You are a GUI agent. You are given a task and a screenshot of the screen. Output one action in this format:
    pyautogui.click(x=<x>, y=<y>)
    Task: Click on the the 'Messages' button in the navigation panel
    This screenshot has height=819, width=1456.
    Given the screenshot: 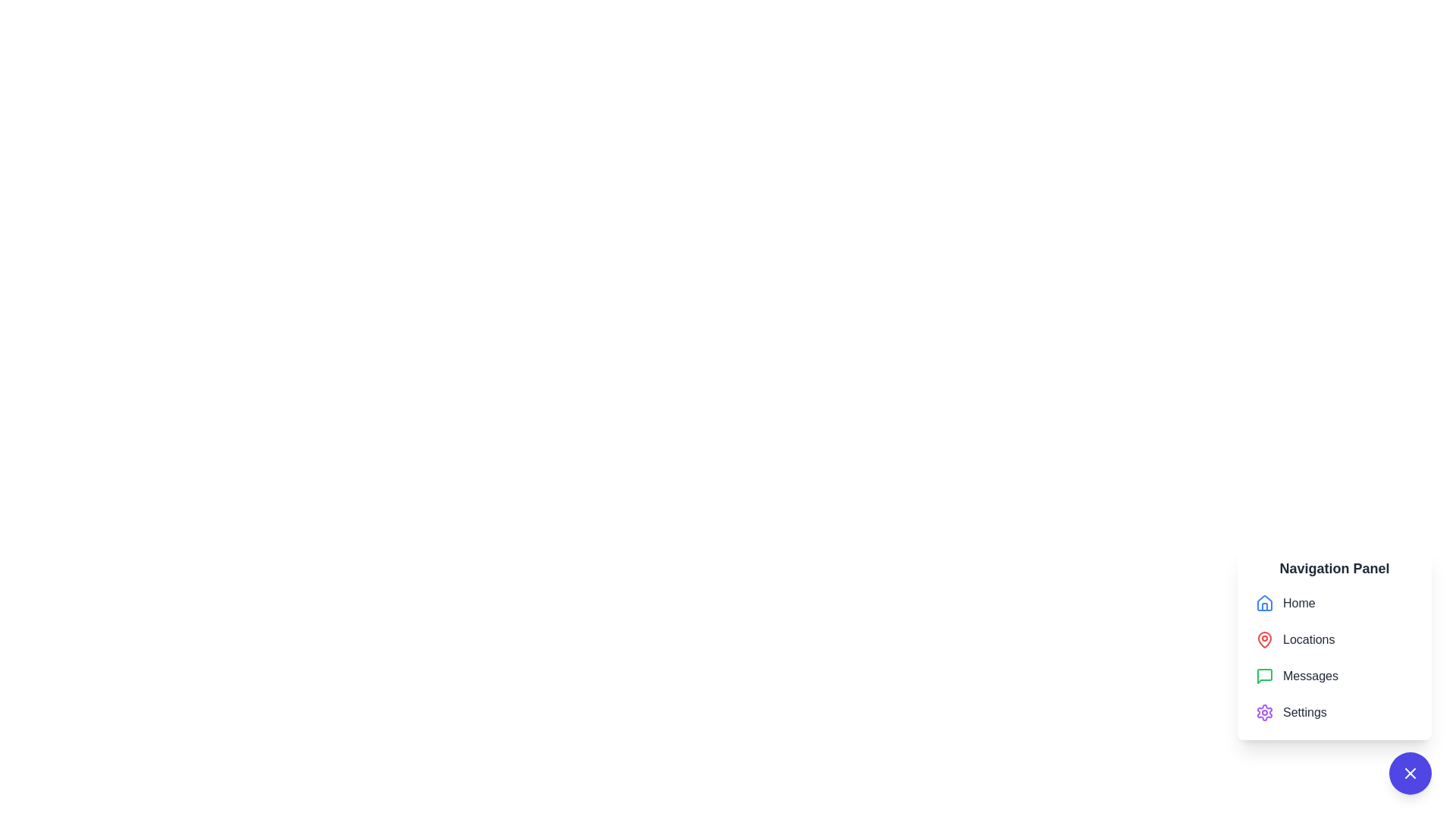 What is the action you would take?
    pyautogui.click(x=1335, y=675)
    